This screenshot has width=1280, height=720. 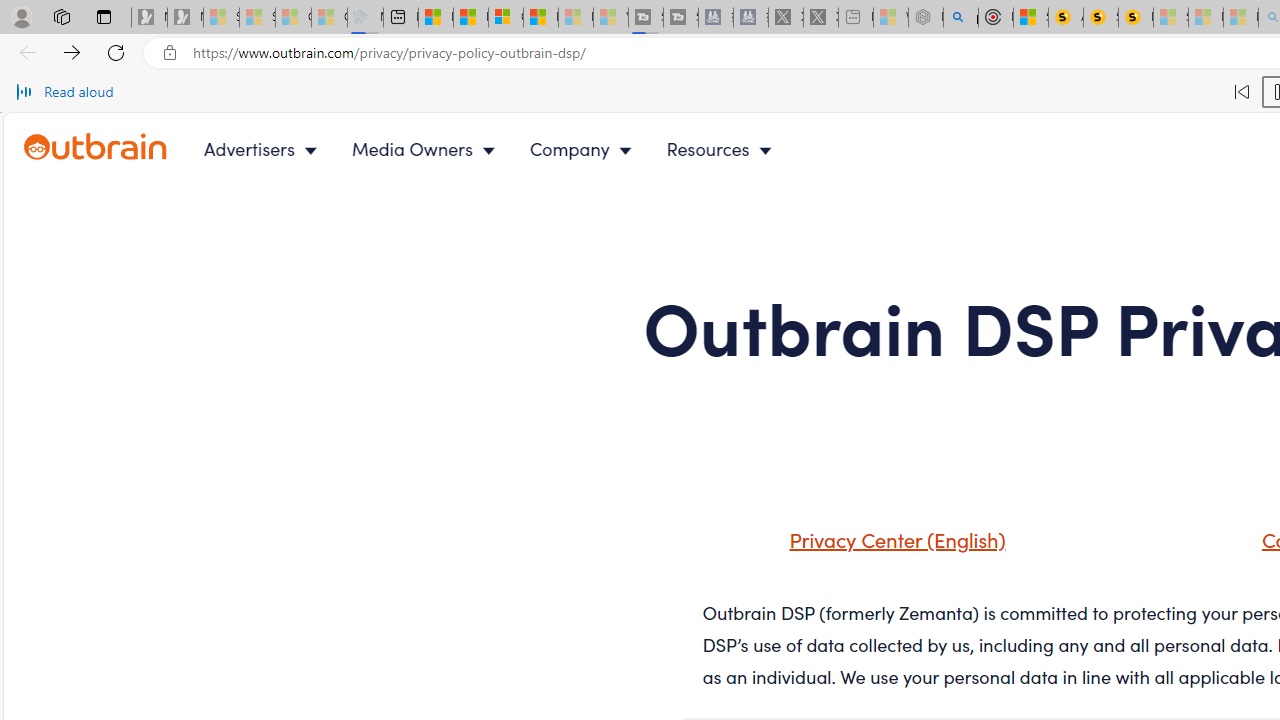 What do you see at coordinates (60, 124) in the screenshot?
I see `'Skip navigation to go to main content'` at bounding box center [60, 124].